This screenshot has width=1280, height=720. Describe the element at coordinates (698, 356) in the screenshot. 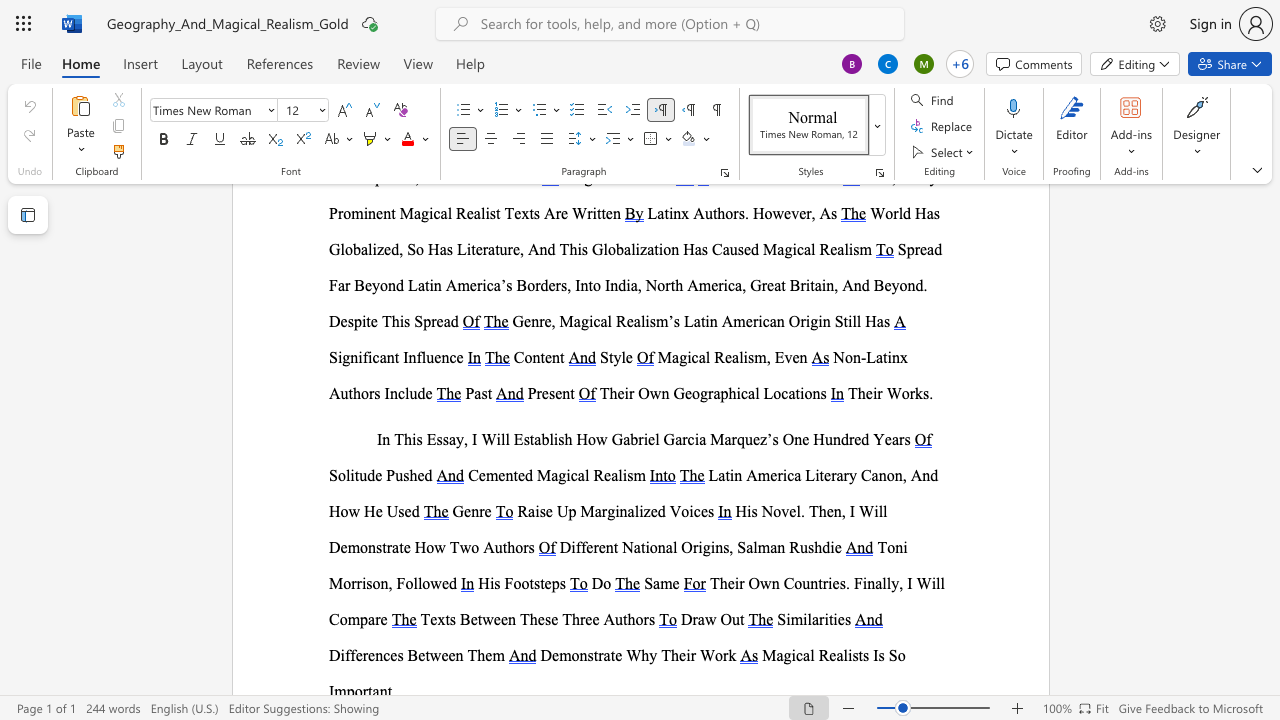

I see `the space between the continuous character "c" and "a" in the text` at that location.